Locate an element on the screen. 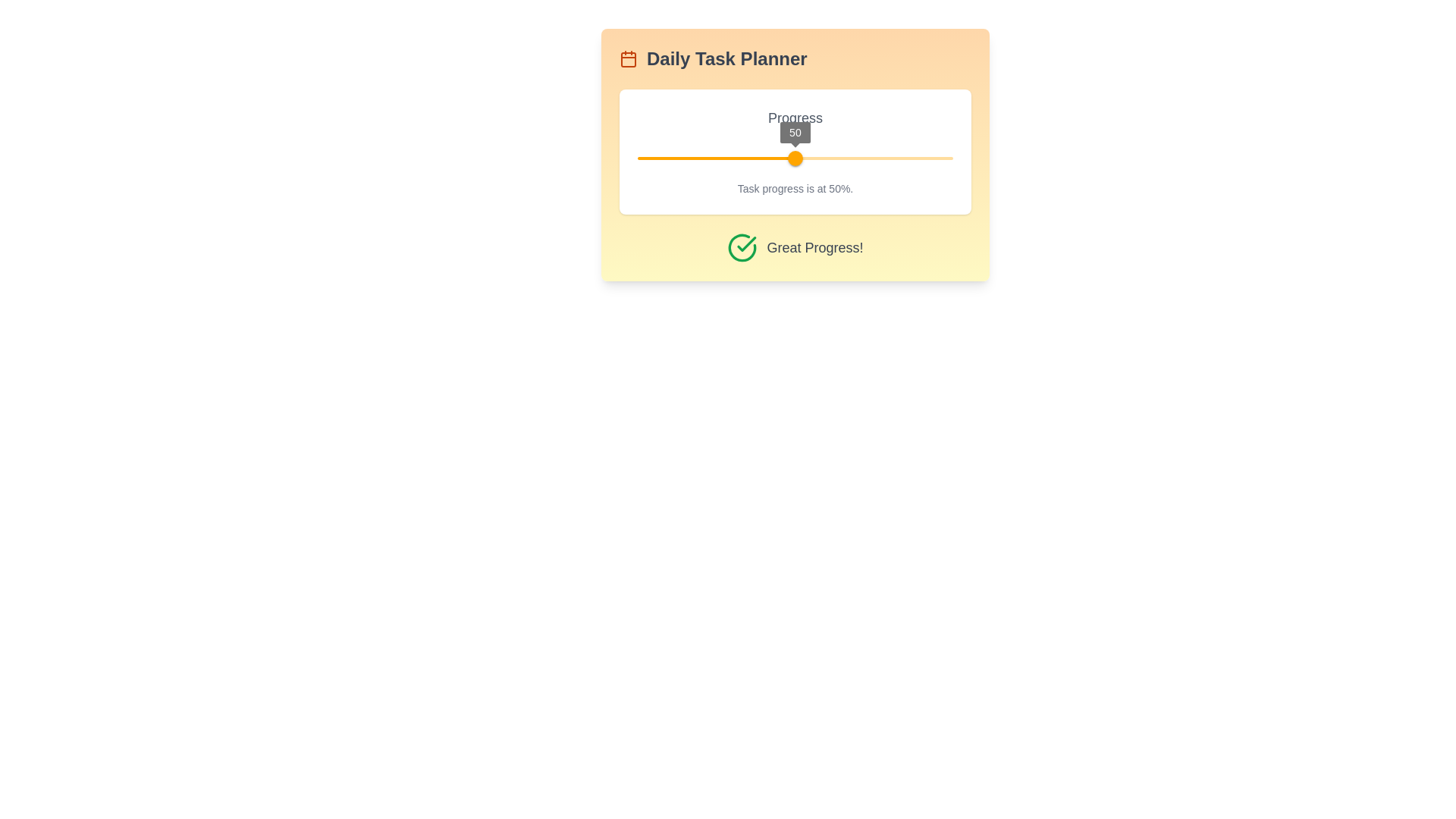  the informative text element that shows 'Great Progress!' with a green check mark icon, located at the bottom of the 'Daily Task Planner' card section is located at coordinates (795, 247).